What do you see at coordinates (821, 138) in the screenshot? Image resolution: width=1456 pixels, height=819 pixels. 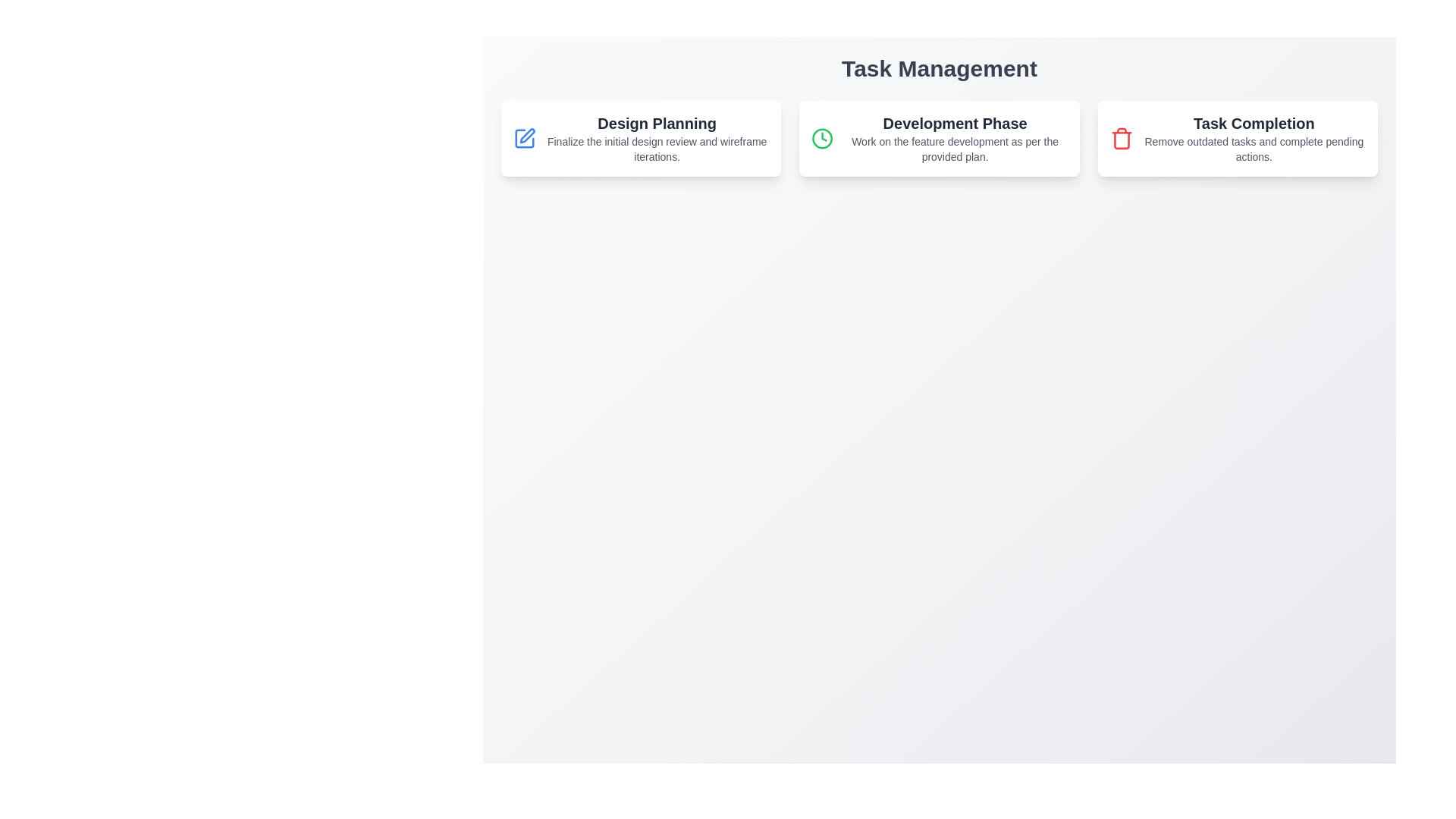 I see `the circular outline icon with a green outline located centrally within the second task description card under 'Task Management', which is part of a clock icon in the 'Development Phase' card` at bounding box center [821, 138].